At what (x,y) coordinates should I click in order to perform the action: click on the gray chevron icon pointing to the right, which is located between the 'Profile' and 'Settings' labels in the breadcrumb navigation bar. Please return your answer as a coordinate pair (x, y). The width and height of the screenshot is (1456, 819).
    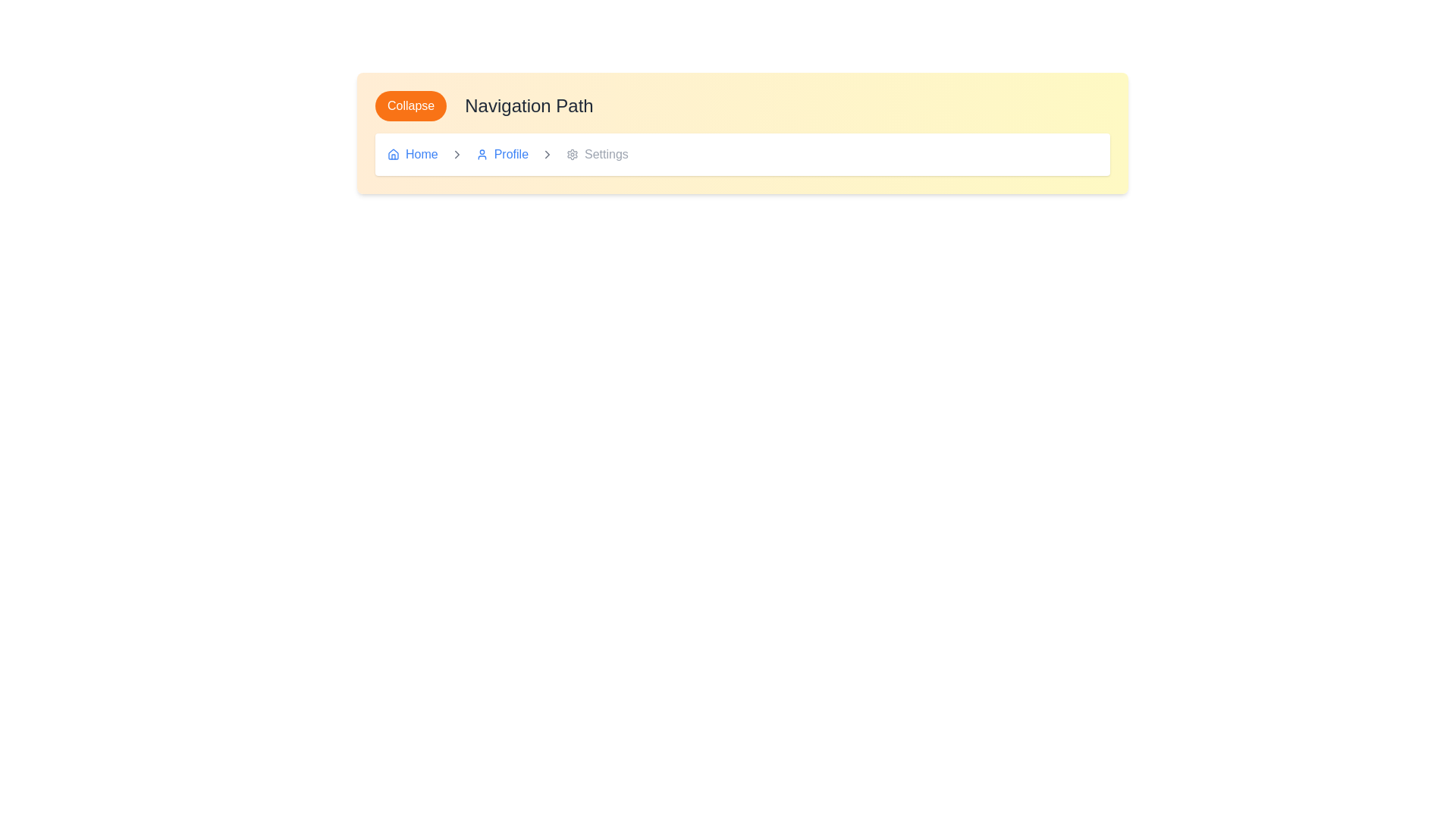
    Looking at the image, I should click on (547, 155).